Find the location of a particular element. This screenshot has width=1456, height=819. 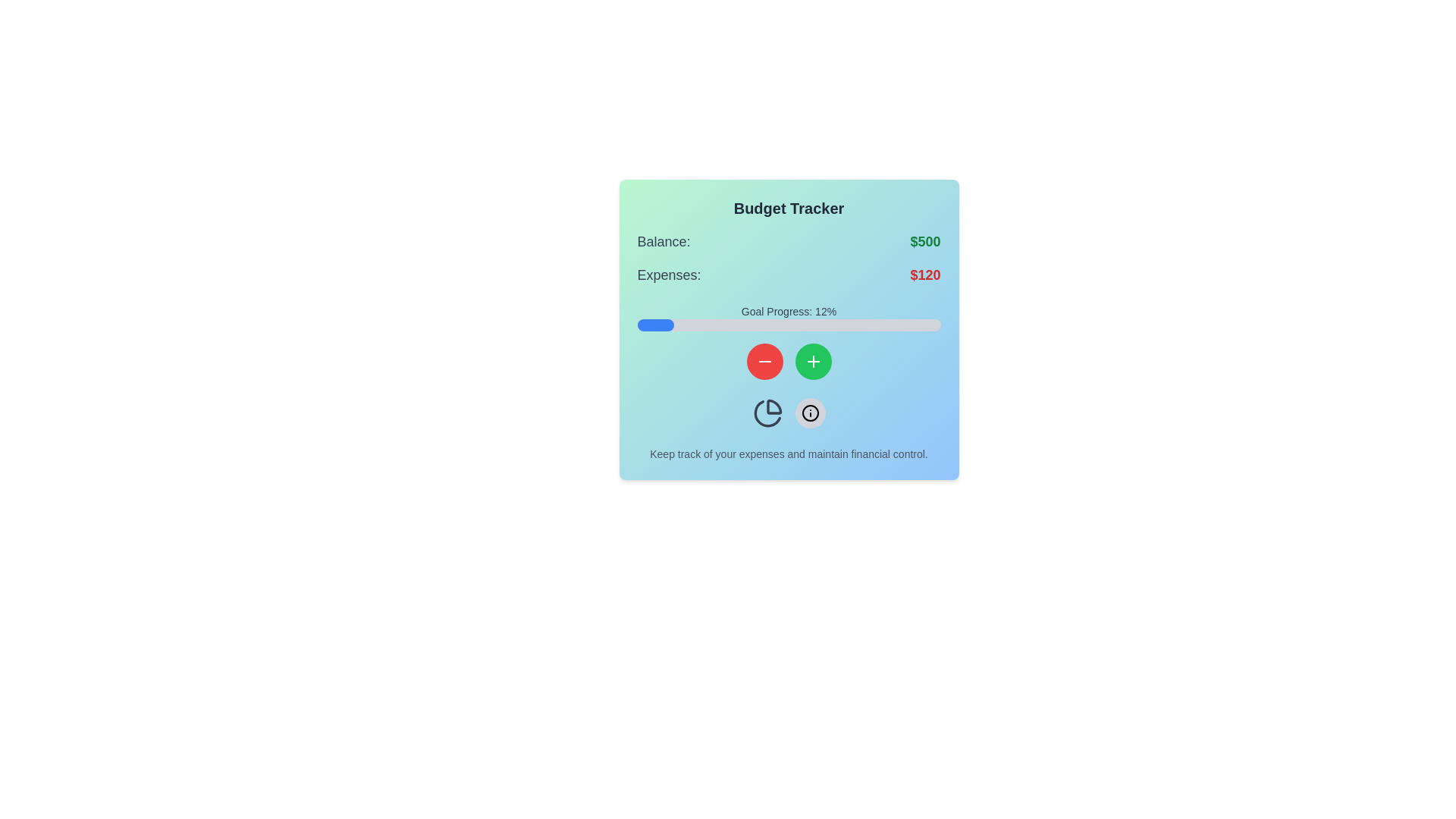

the circular green button with a white plus icon to increase a value is located at coordinates (812, 362).